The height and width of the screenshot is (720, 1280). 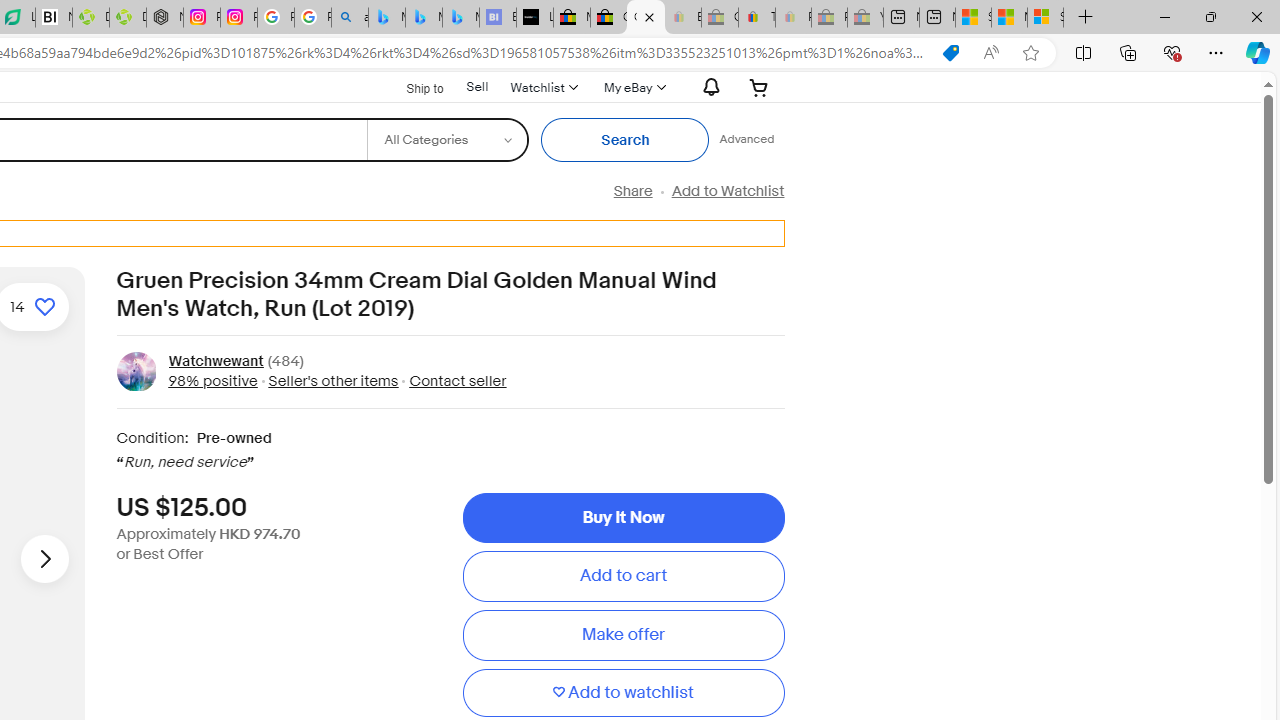 What do you see at coordinates (215, 361) in the screenshot?
I see `'Watchwewant'` at bounding box center [215, 361].